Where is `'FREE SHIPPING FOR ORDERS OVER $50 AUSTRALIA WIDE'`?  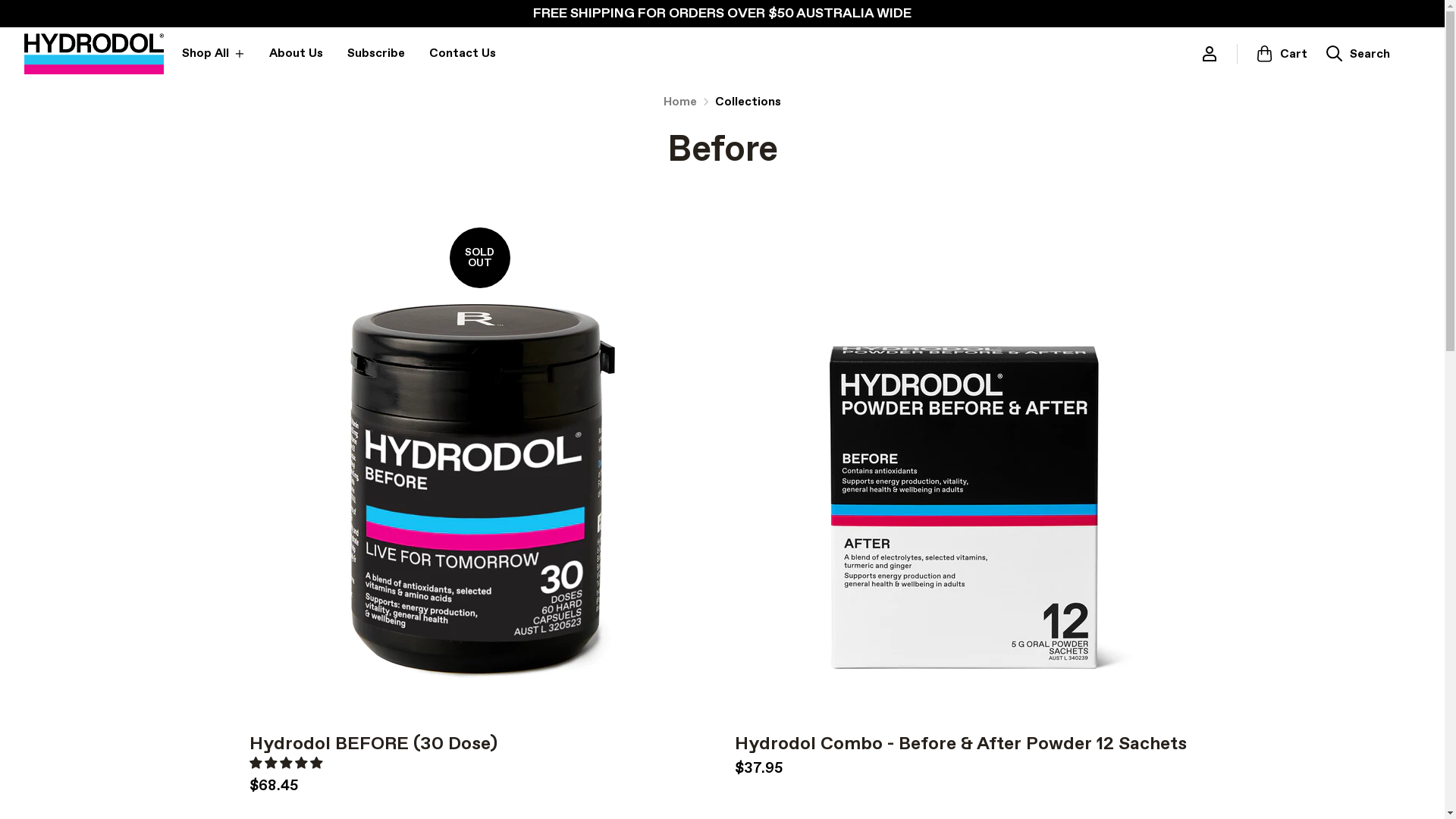
'FREE SHIPPING FOR ORDERS OVER $50 AUSTRALIA WIDE' is located at coordinates (721, 14).